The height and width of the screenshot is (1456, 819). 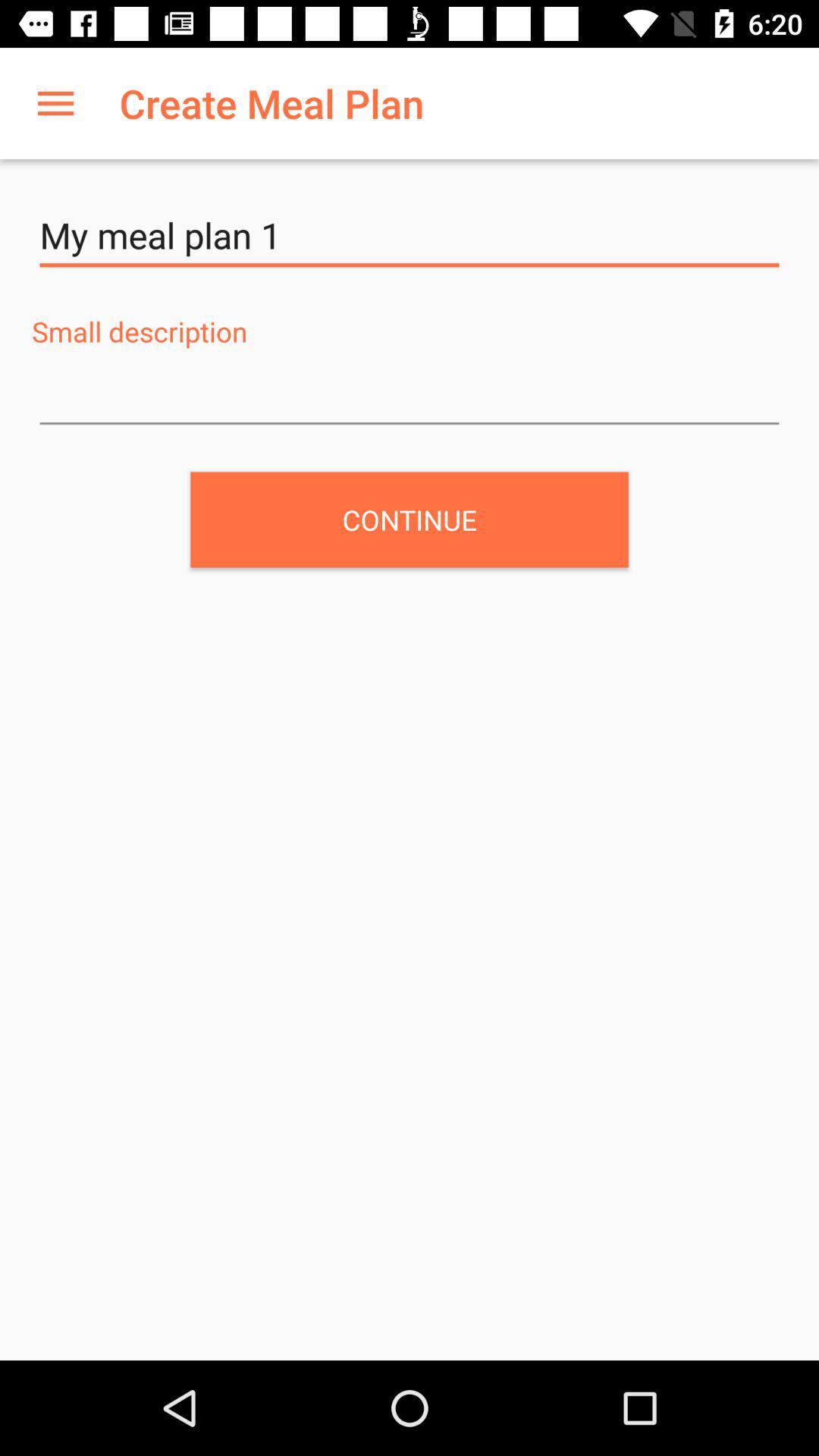 What do you see at coordinates (55, 102) in the screenshot?
I see `item above my meal plan item` at bounding box center [55, 102].